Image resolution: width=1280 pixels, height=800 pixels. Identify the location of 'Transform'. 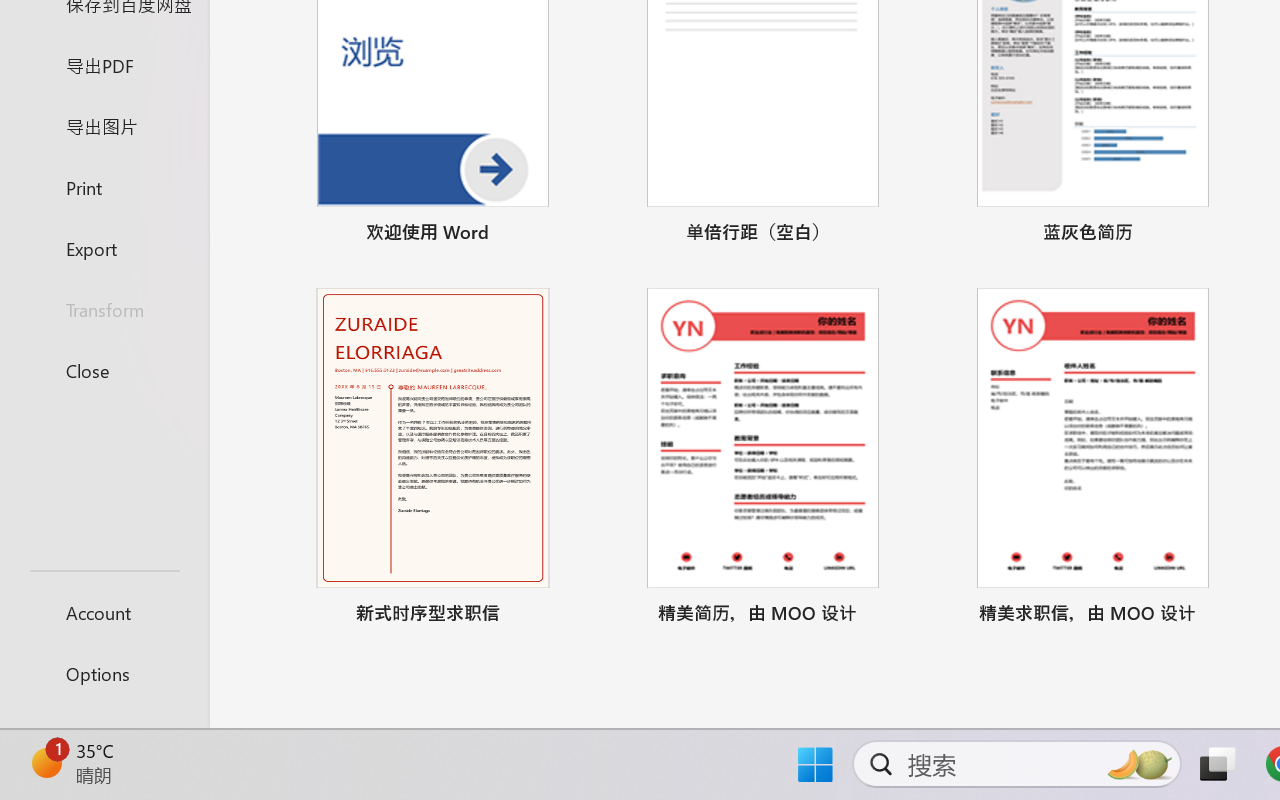
(103, 308).